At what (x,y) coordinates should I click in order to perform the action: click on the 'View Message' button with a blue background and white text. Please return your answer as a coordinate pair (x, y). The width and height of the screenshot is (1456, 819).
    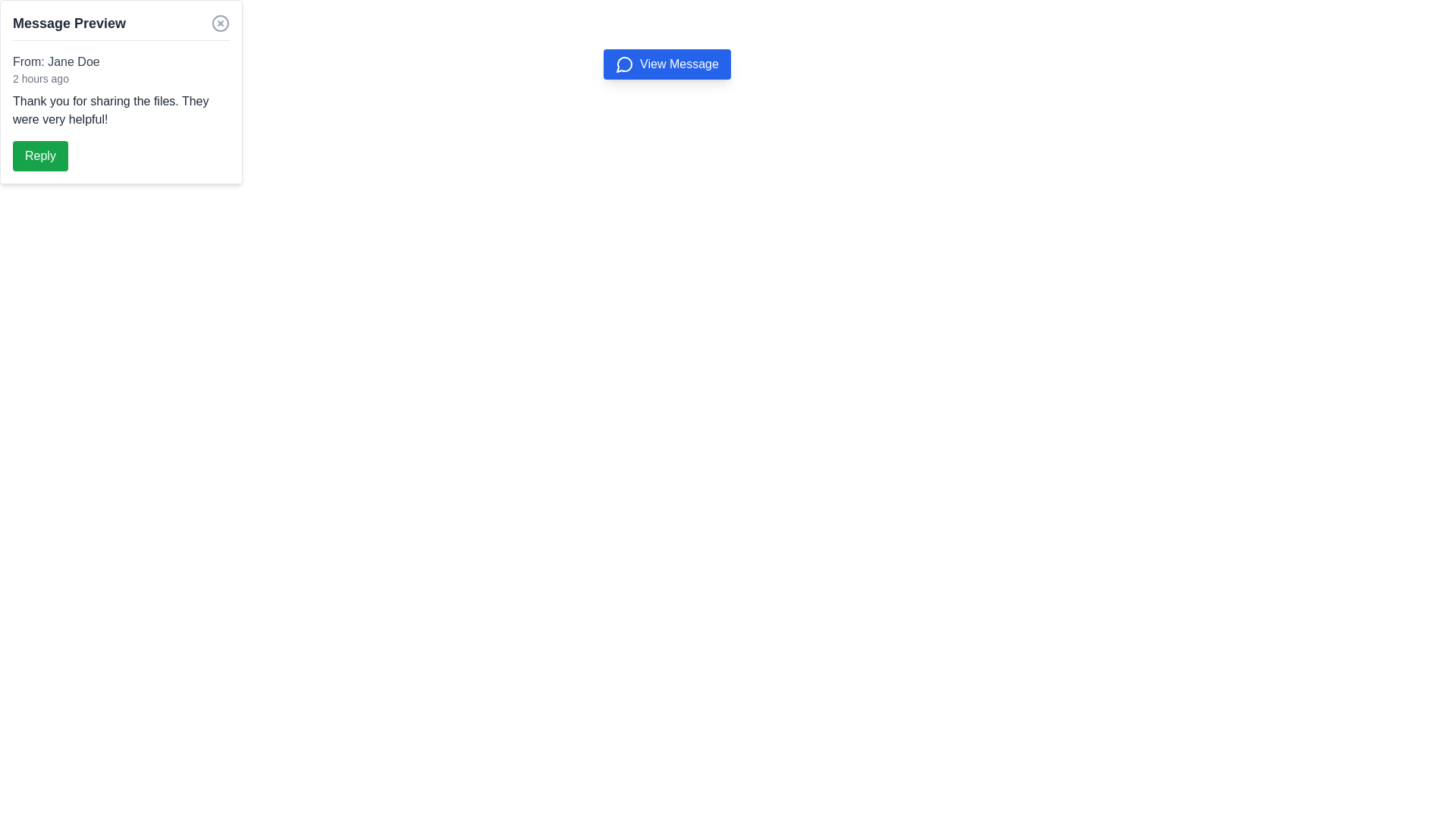
    Looking at the image, I should click on (667, 63).